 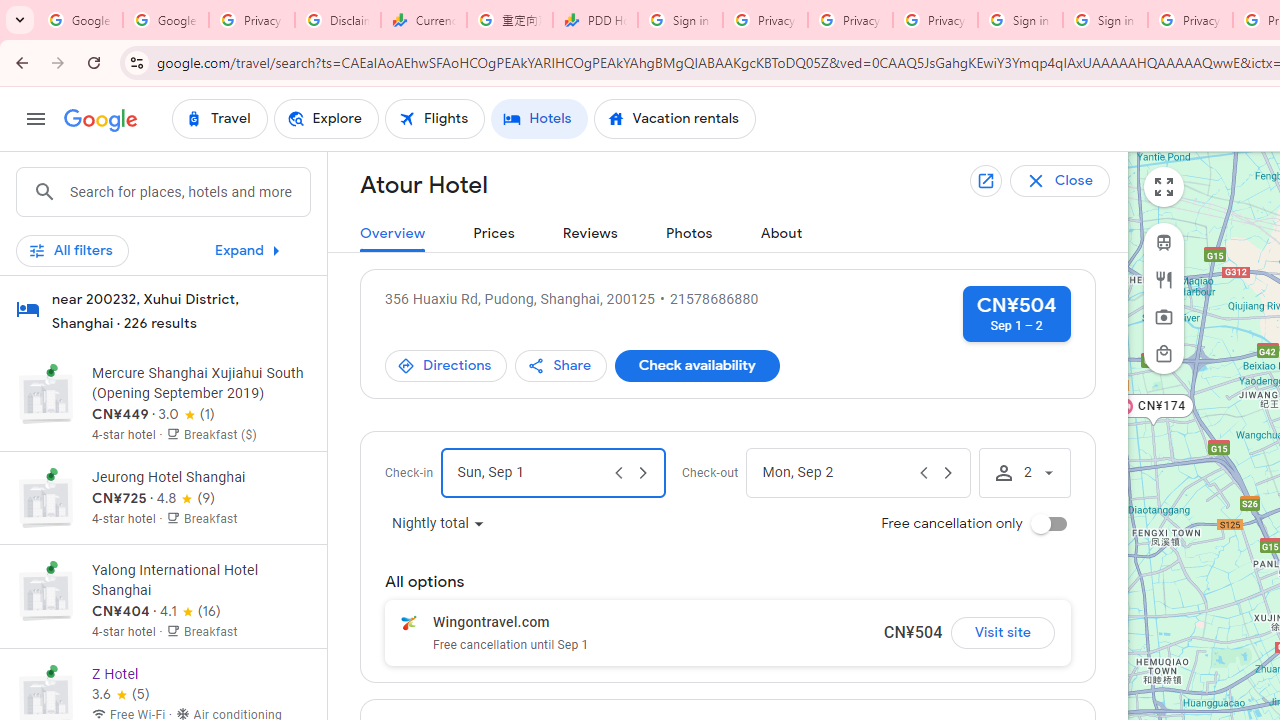 What do you see at coordinates (689, 233) in the screenshot?
I see `'Photos'` at bounding box center [689, 233].